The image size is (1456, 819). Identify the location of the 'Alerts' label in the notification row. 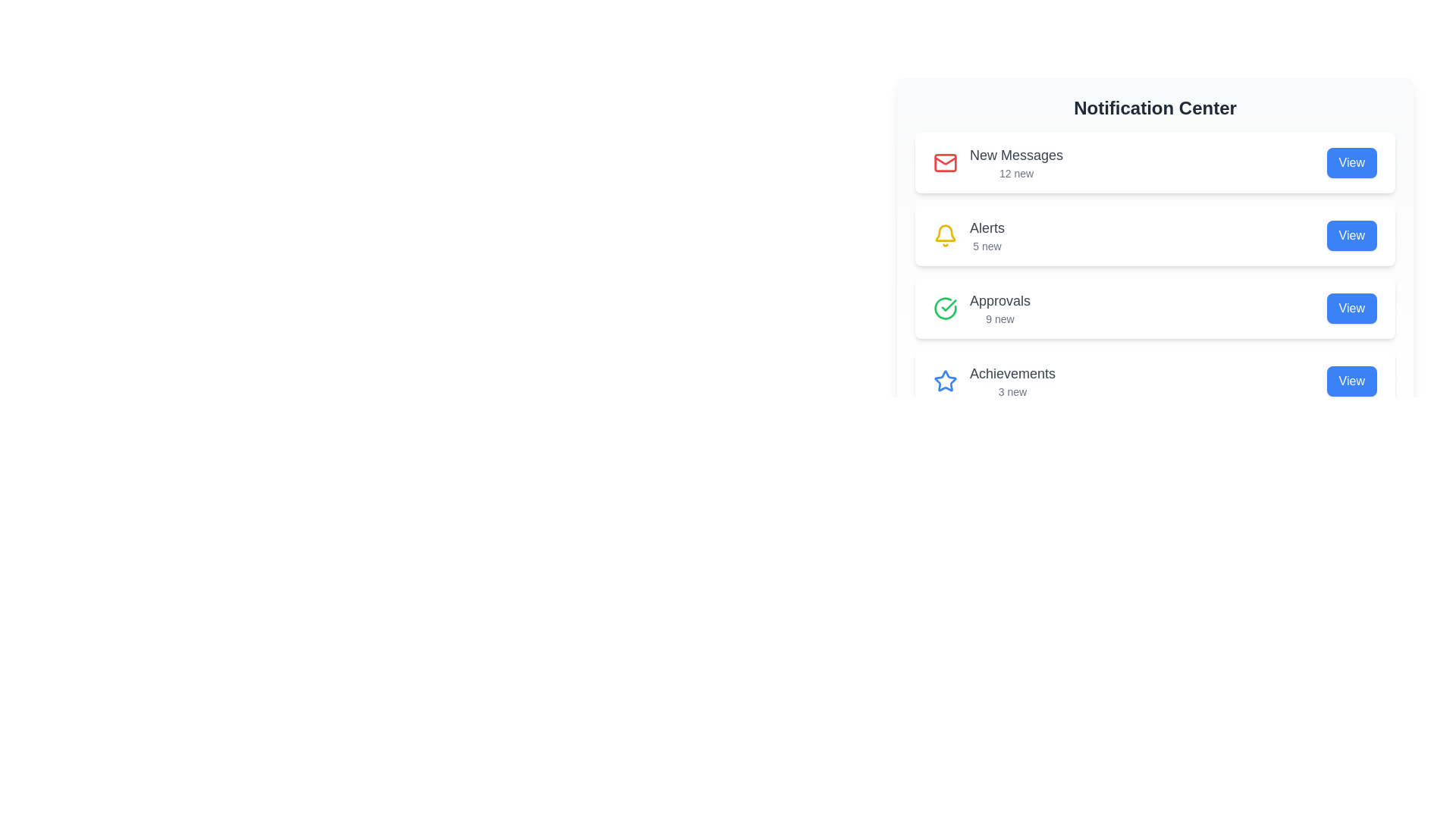
(987, 236).